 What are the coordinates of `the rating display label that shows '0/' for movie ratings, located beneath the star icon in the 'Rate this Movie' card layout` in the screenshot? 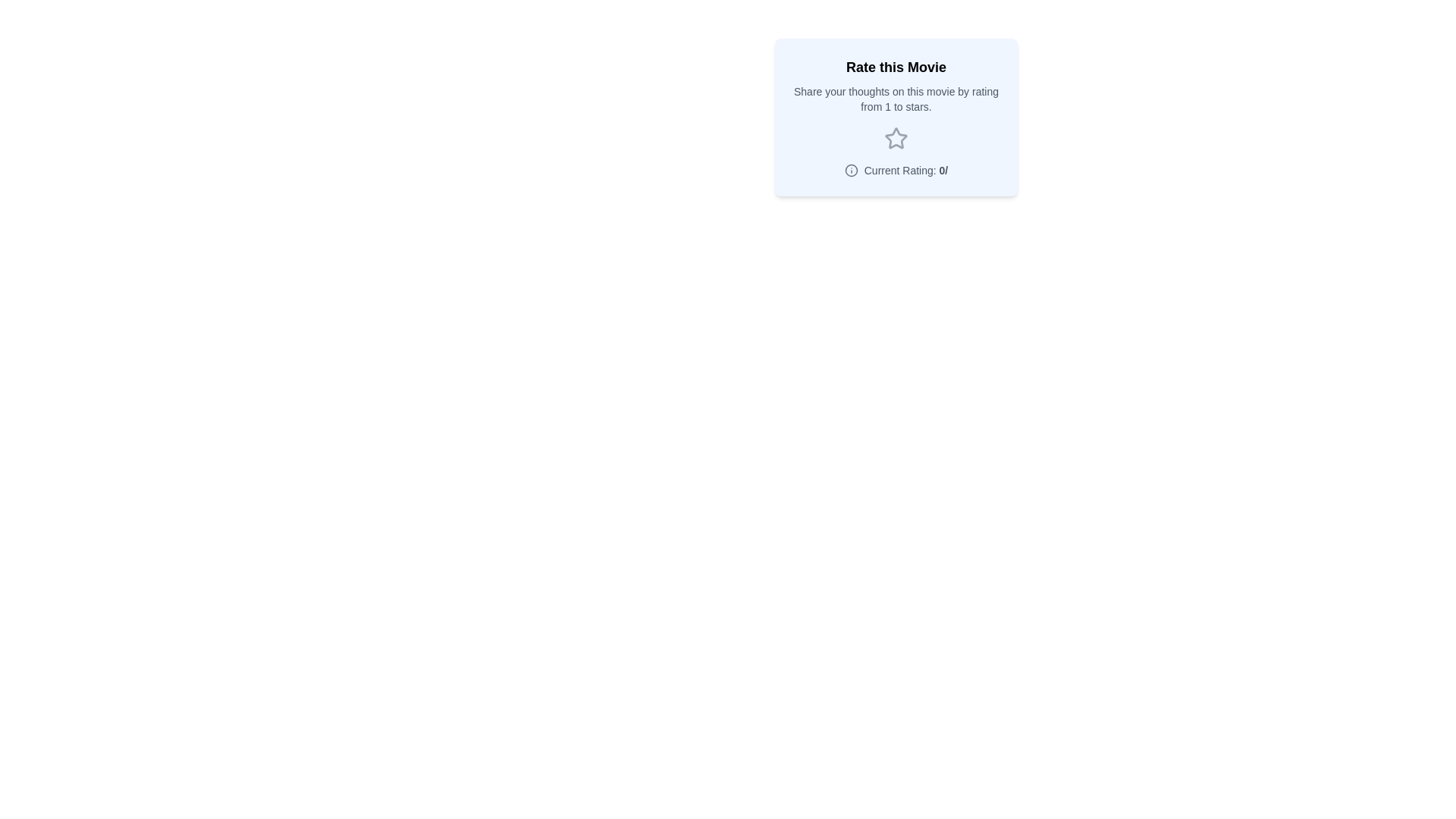 It's located at (896, 170).